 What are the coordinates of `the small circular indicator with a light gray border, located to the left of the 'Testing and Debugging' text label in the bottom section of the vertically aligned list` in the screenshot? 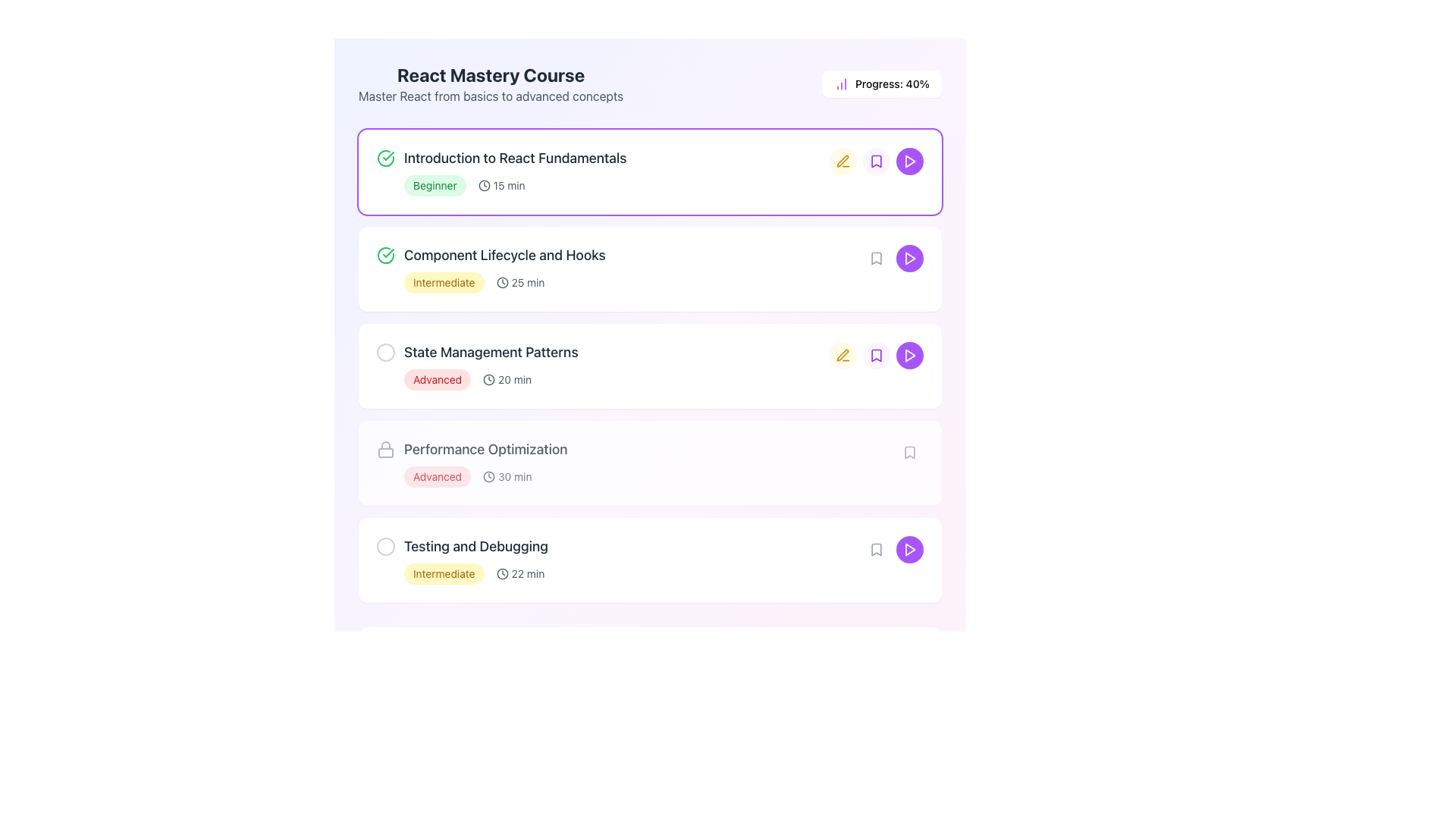 It's located at (385, 547).